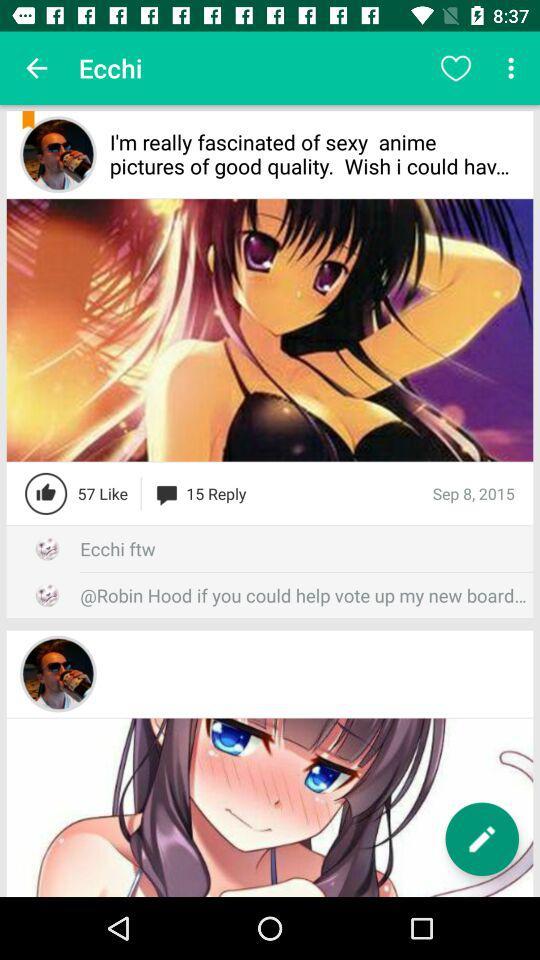 This screenshot has height=960, width=540. What do you see at coordinates (36, 68) in the screenshot?
I see `the item next to the ecchi  app` at bounding box center [36, 68].